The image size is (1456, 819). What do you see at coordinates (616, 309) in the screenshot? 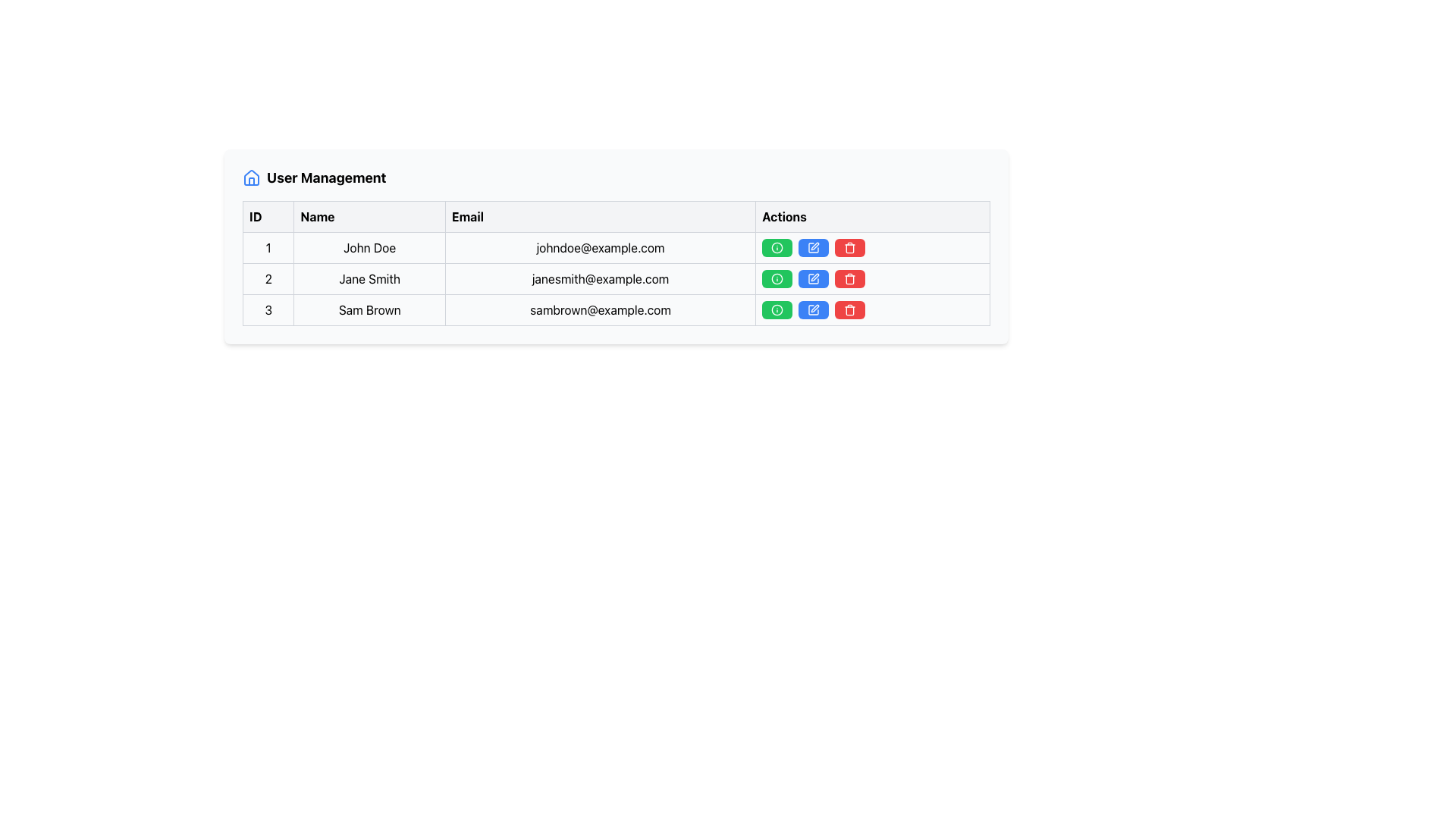
I see `the third row in the User Management table that contains user information, positioned below 'John Doe' and 'Jane Smith'` at bounding box center [616, 309].